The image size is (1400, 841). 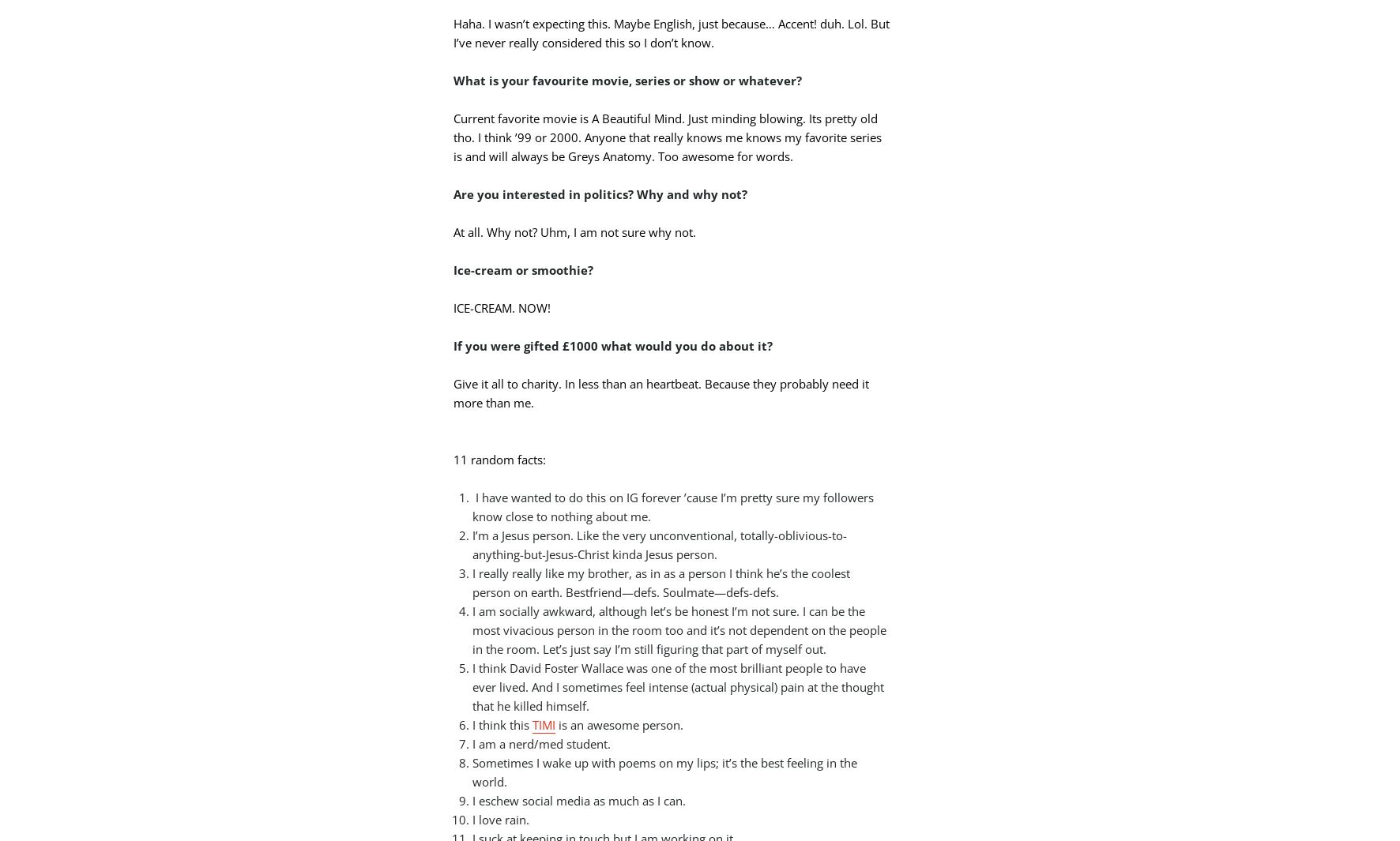 What do you see at coordinates (543, 723) in the screenshot?
I see `'TIMI'` at bounding box center [543, 723].